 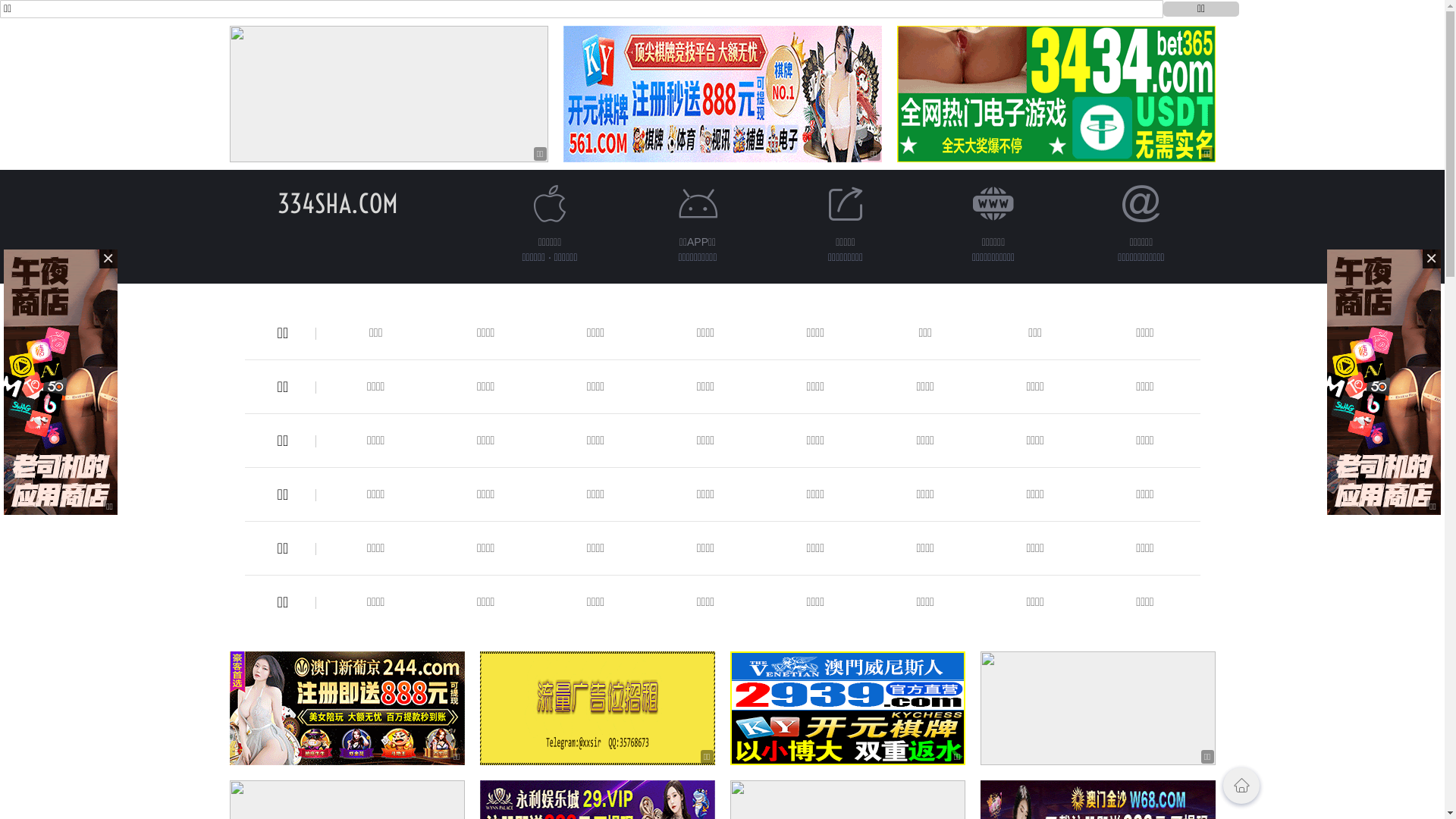 I want to click on '334SHA.COM', so click(x=277, y=202).